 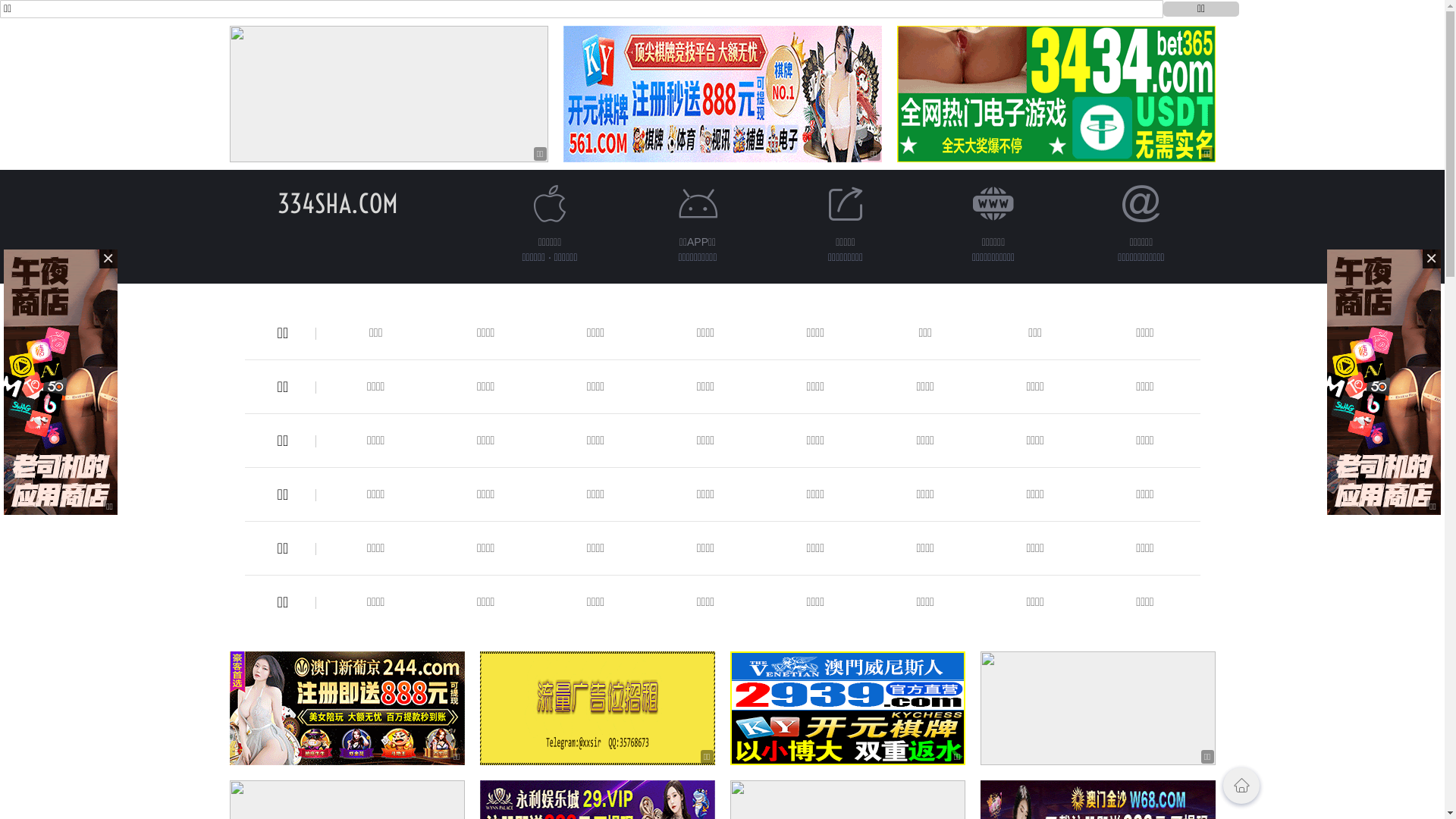 I want to click on '334SHA.COM', so click(x=277, y=202).